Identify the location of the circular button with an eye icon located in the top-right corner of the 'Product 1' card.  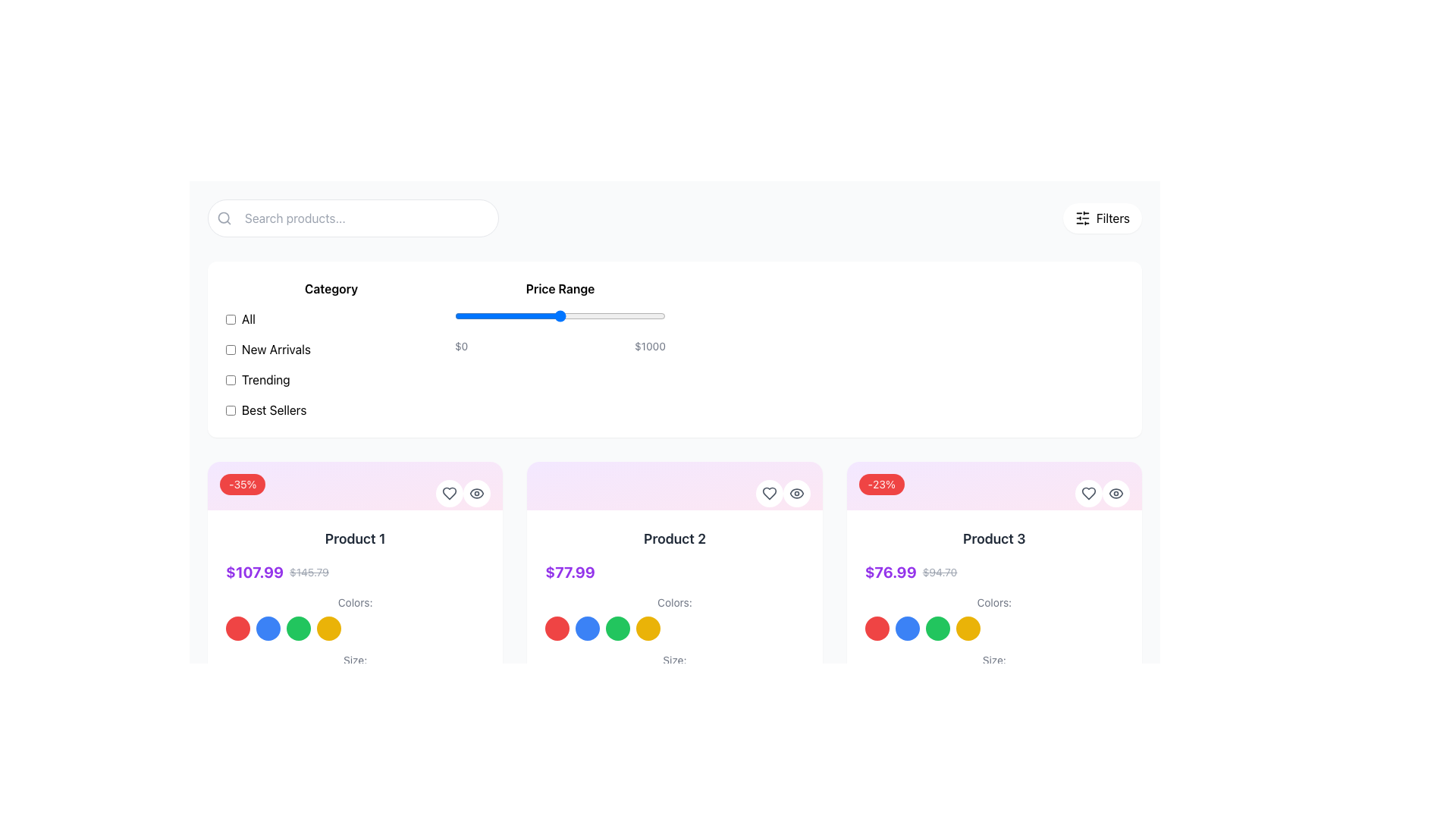
(476, 494).